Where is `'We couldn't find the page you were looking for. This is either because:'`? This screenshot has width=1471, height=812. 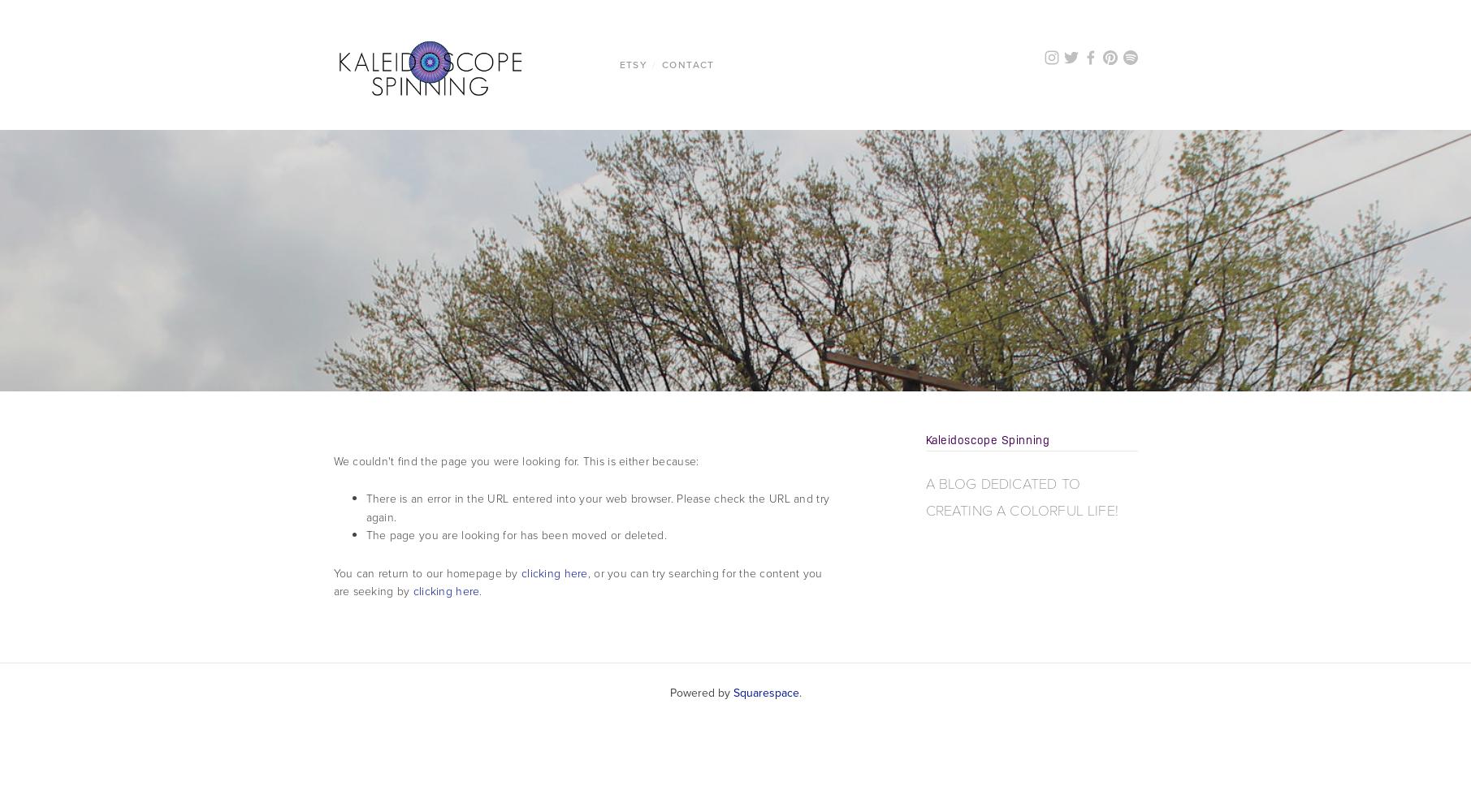
'We couldn't find the page you were looking for. This is either because:' is located at coordinates (515, 460).